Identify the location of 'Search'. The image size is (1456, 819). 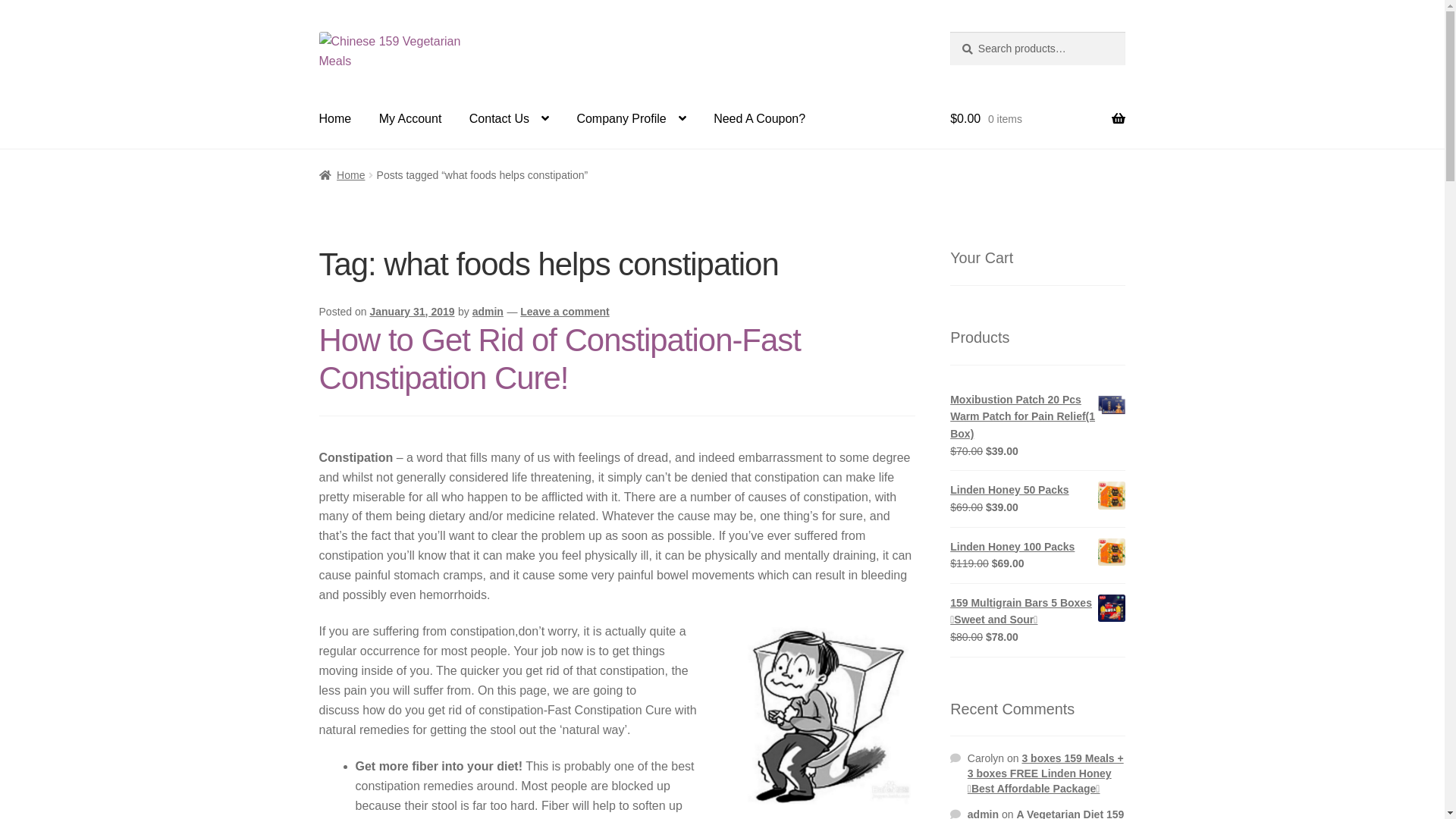
(949, 31).